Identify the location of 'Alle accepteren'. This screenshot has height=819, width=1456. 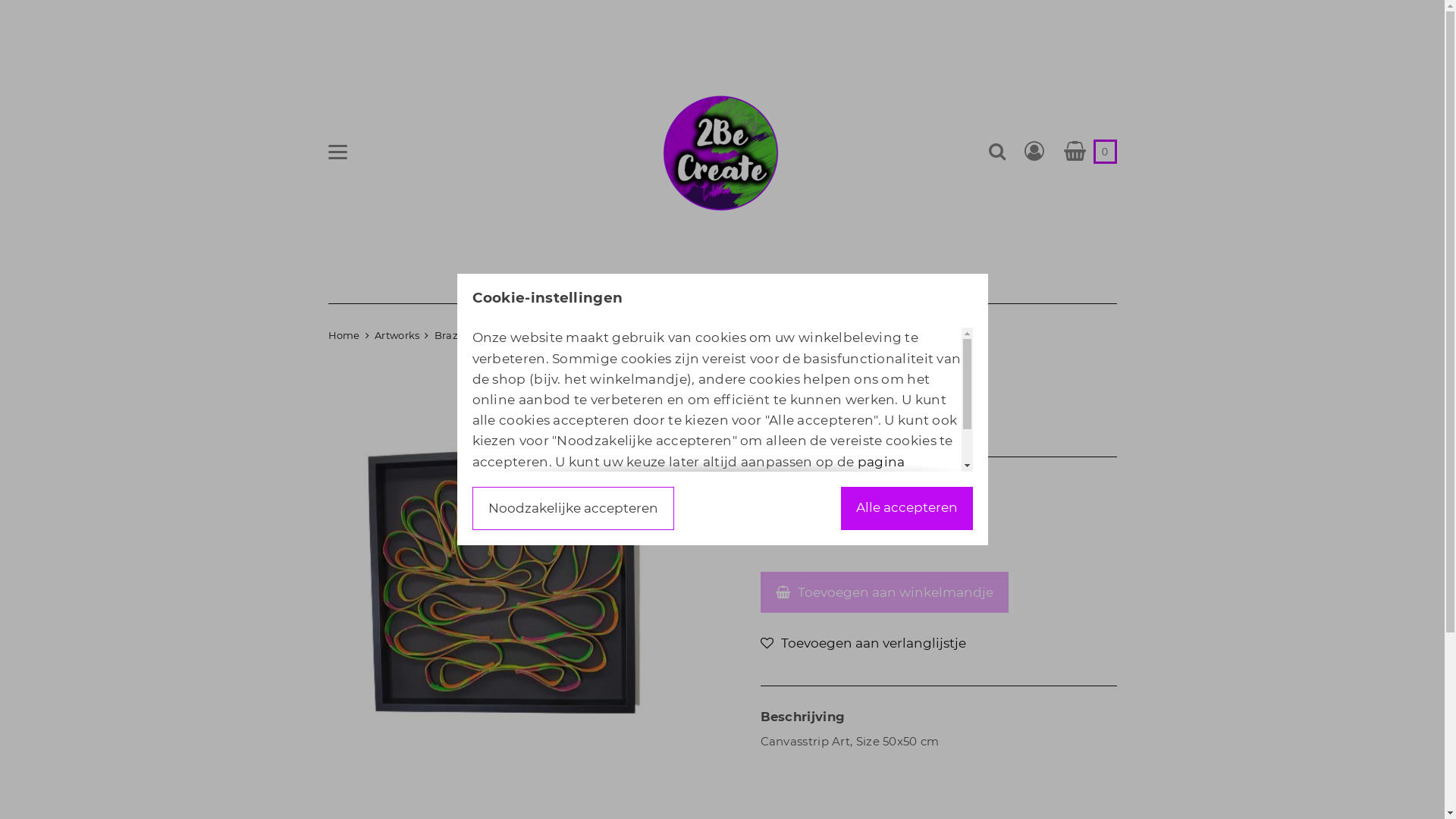
(906, 508).